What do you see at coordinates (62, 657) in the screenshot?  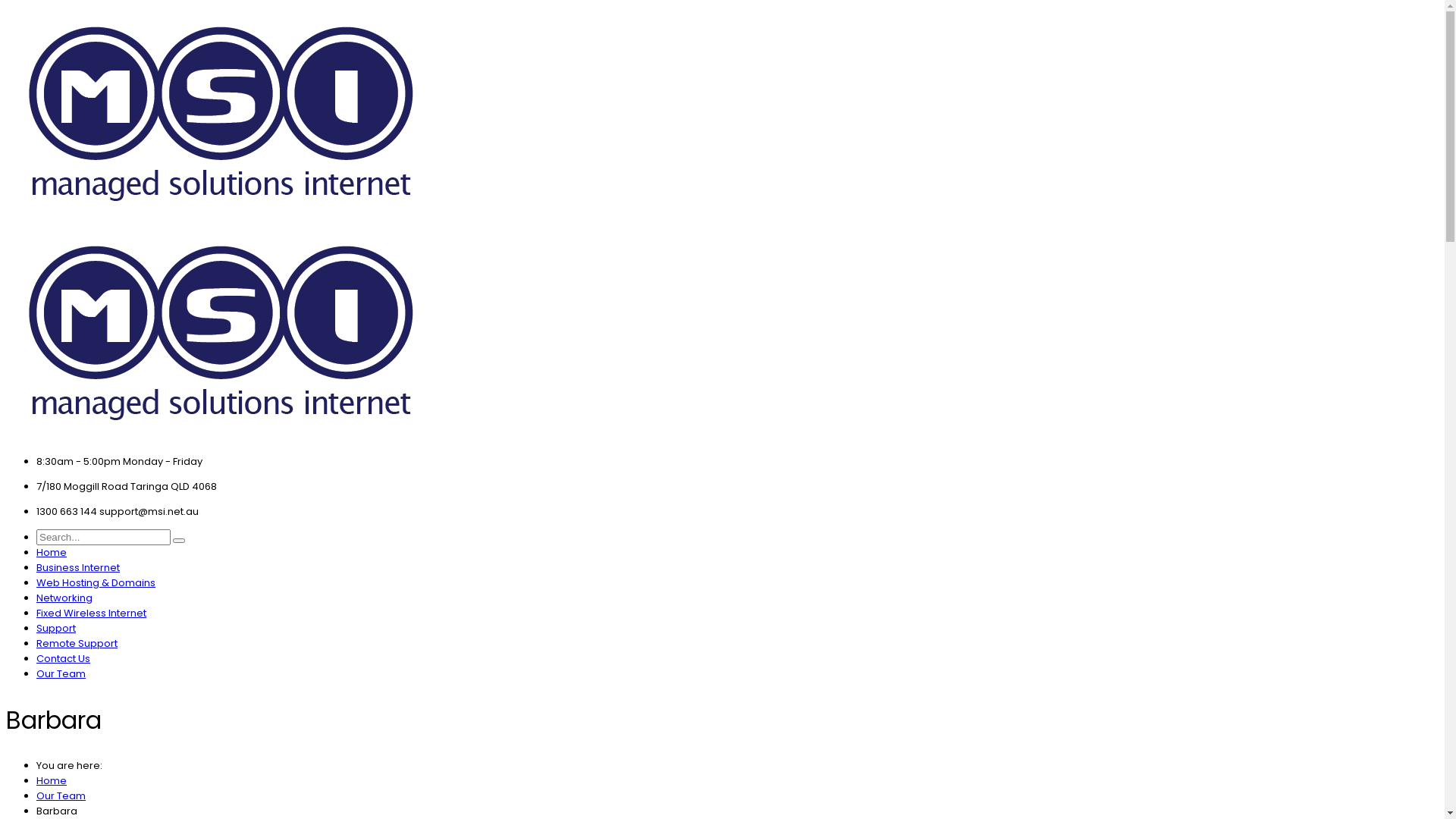 I see `'Contact Us'` at bounding box center [62, 657].